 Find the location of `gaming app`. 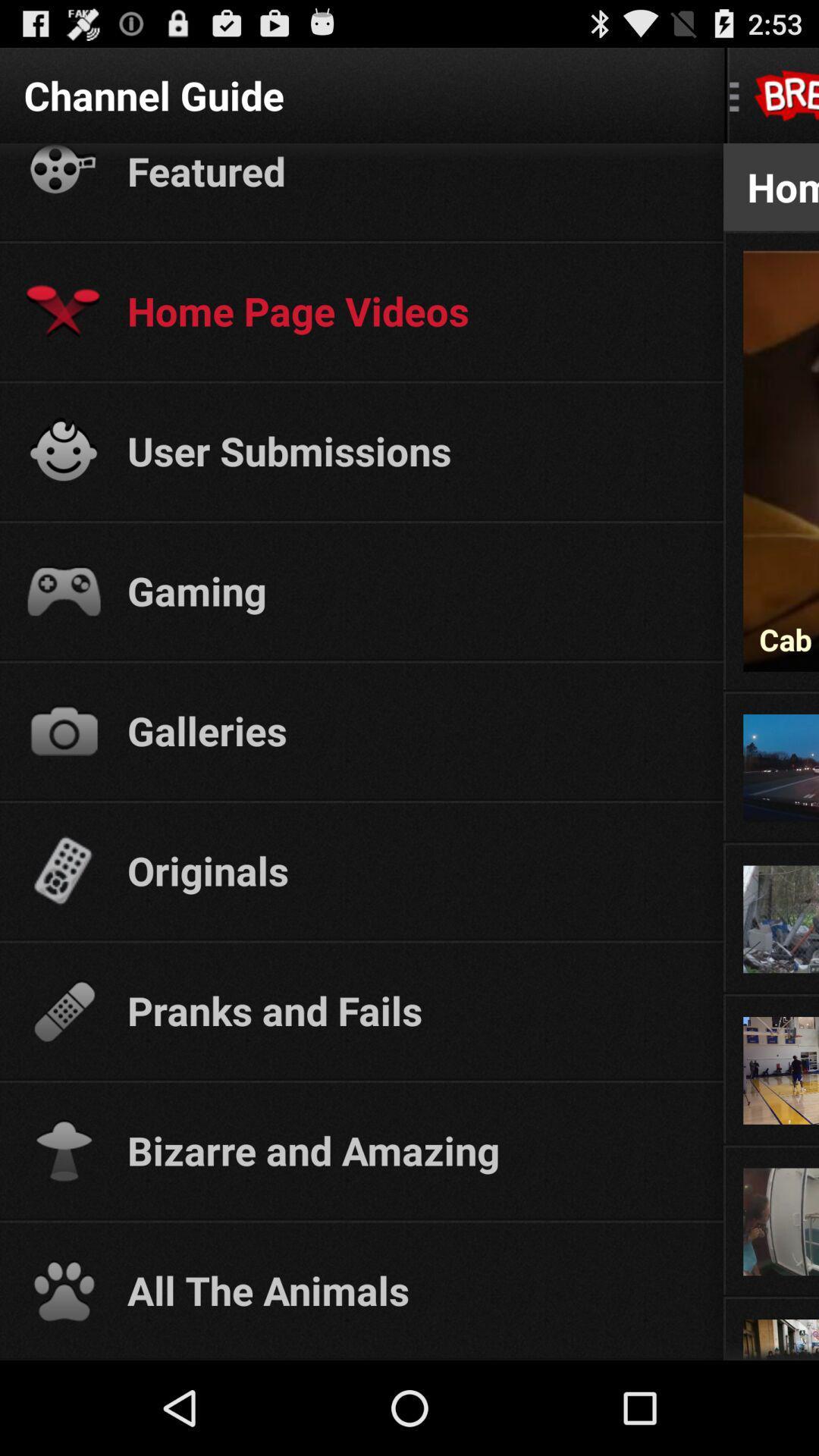

gaming app is located at coordinates (411, 589).